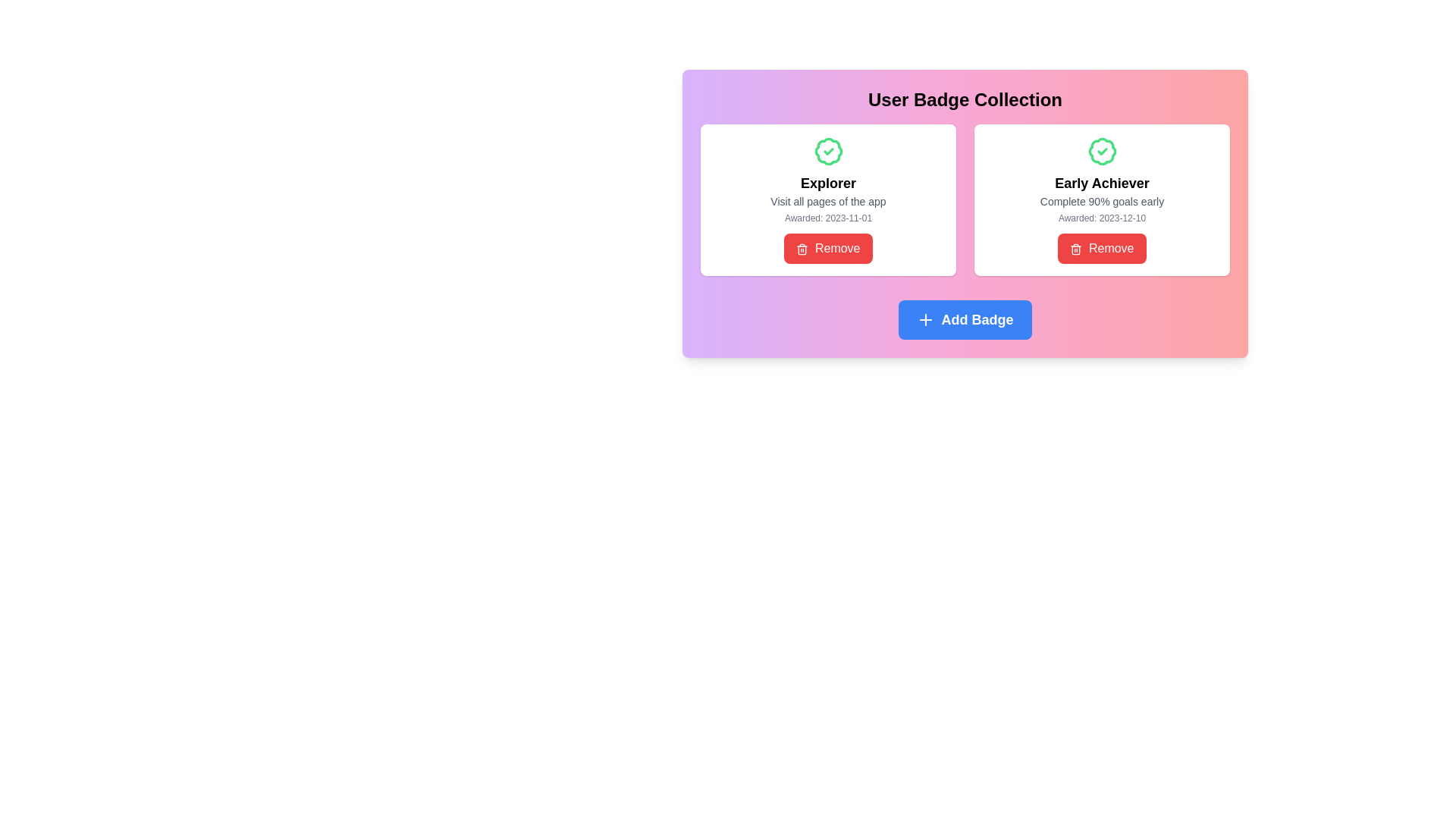  Describe the element at coordinates (827, 152) in the screenshot. I see `the Explorer award icon located at the top center of the card within the User Badge Collection section` at that location.